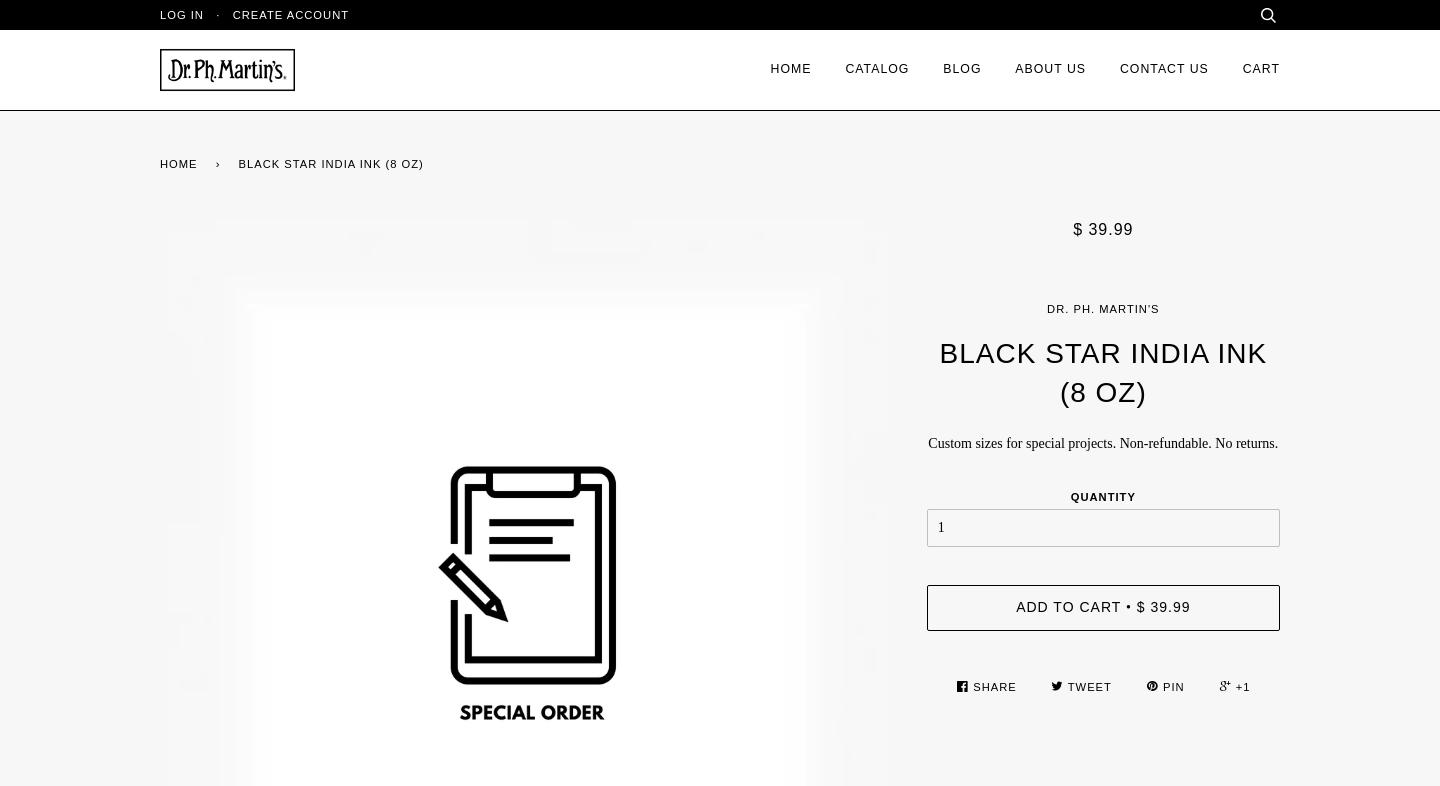 The image size is (1440, 786). Describe the element at coordinates (289, 14) in the screenshot. I see `'Create account'` at that location.